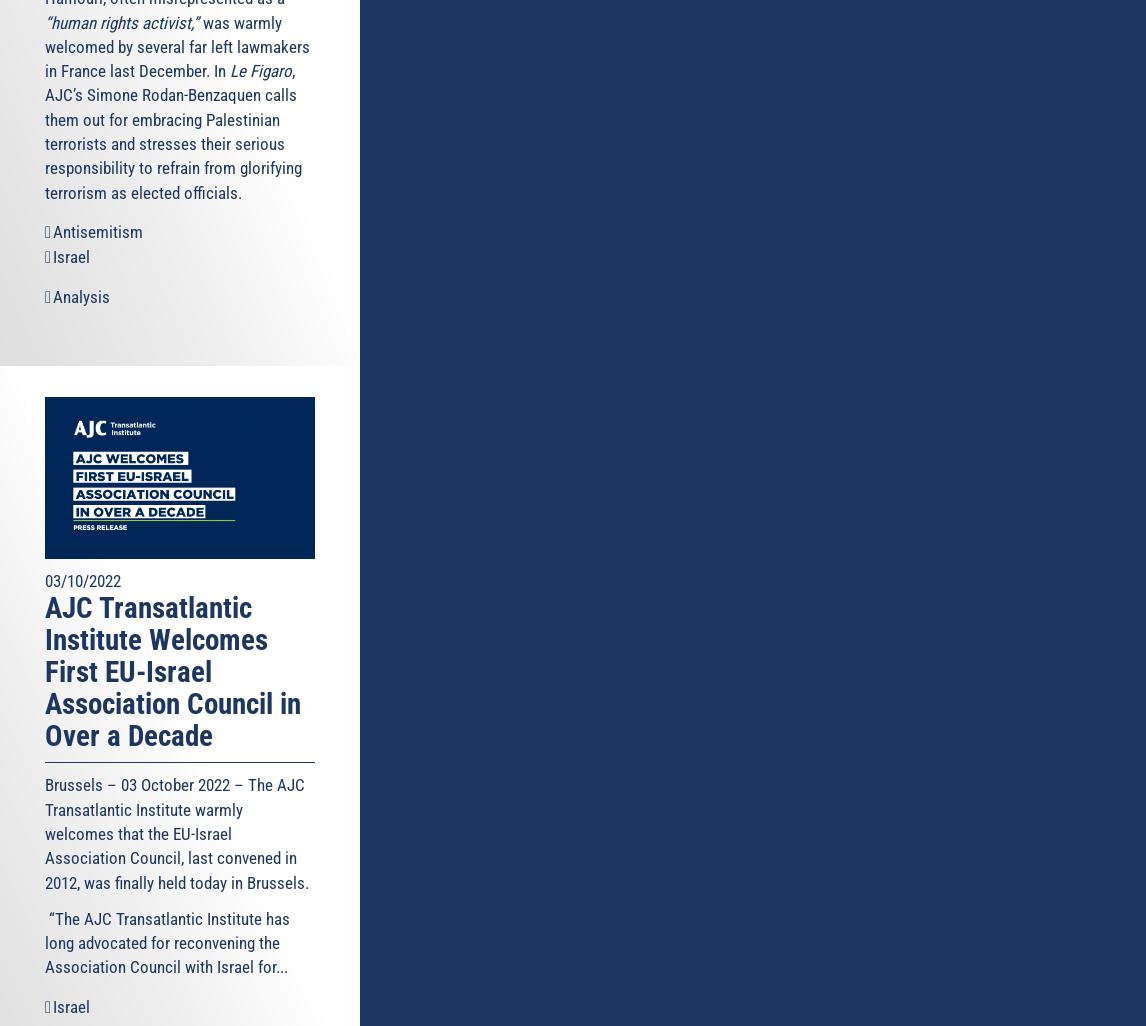  I want to click on ', AJC’s Simone Rodan-Benzaquen calls them out for embracing Palestinian terrorists and stresses their serious responsibility to refrain from glorifying terrorism as elected officials.', so click(173, 131).